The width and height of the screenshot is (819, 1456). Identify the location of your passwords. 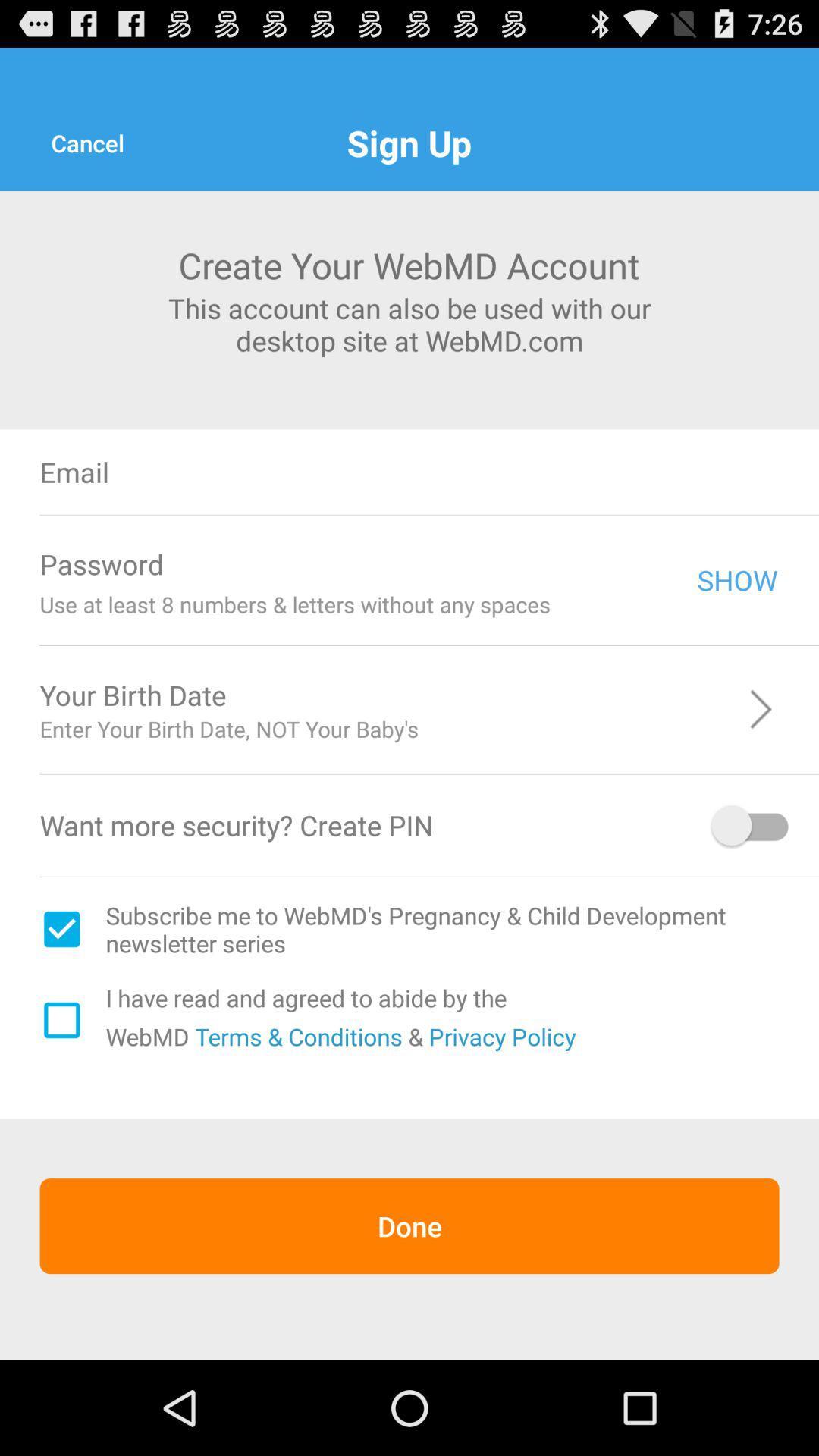
(439, 563).